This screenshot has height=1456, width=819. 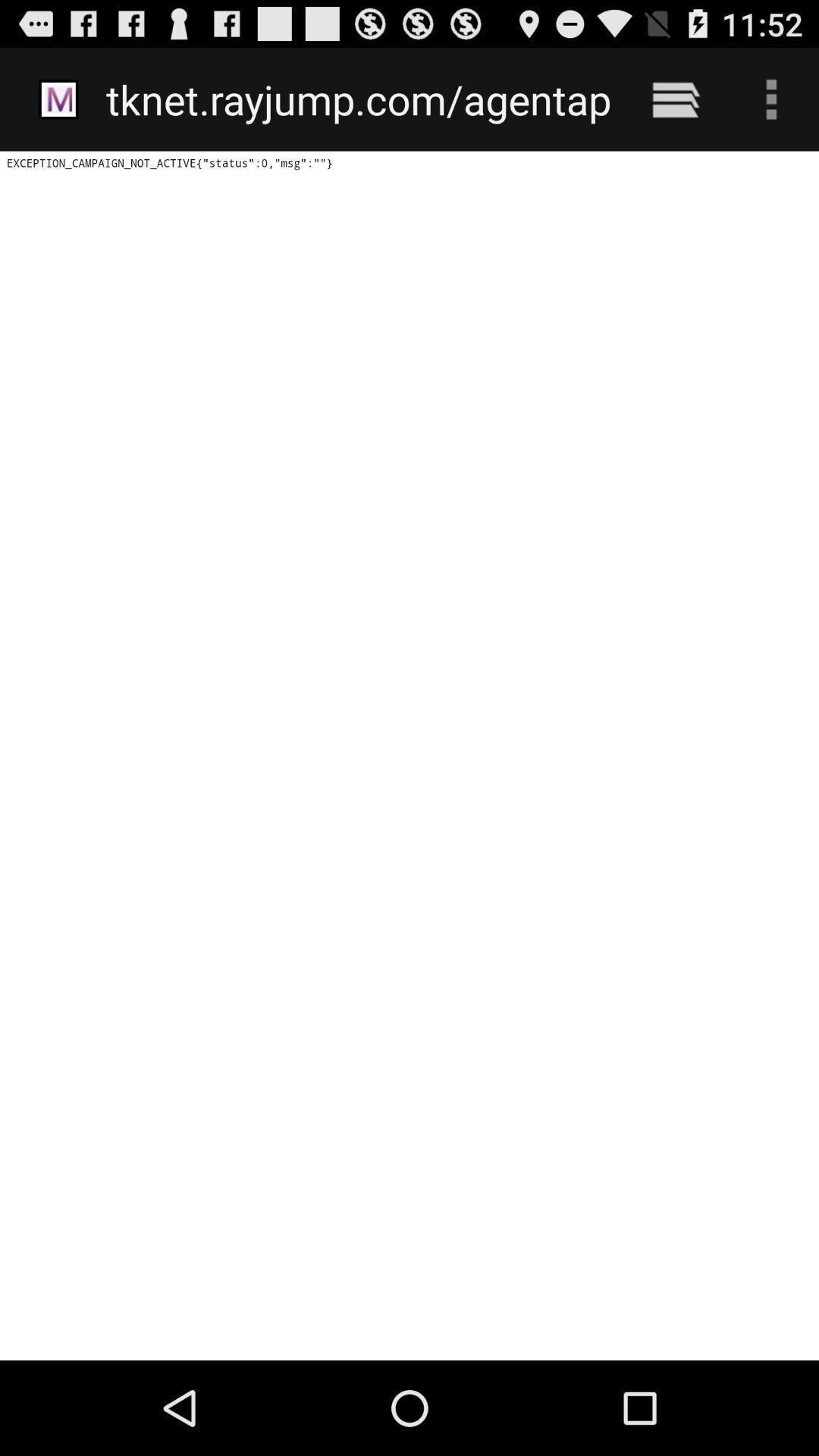 I want to click on the item to the right of the tknet rayjump com item, so click(x=675, y=99).